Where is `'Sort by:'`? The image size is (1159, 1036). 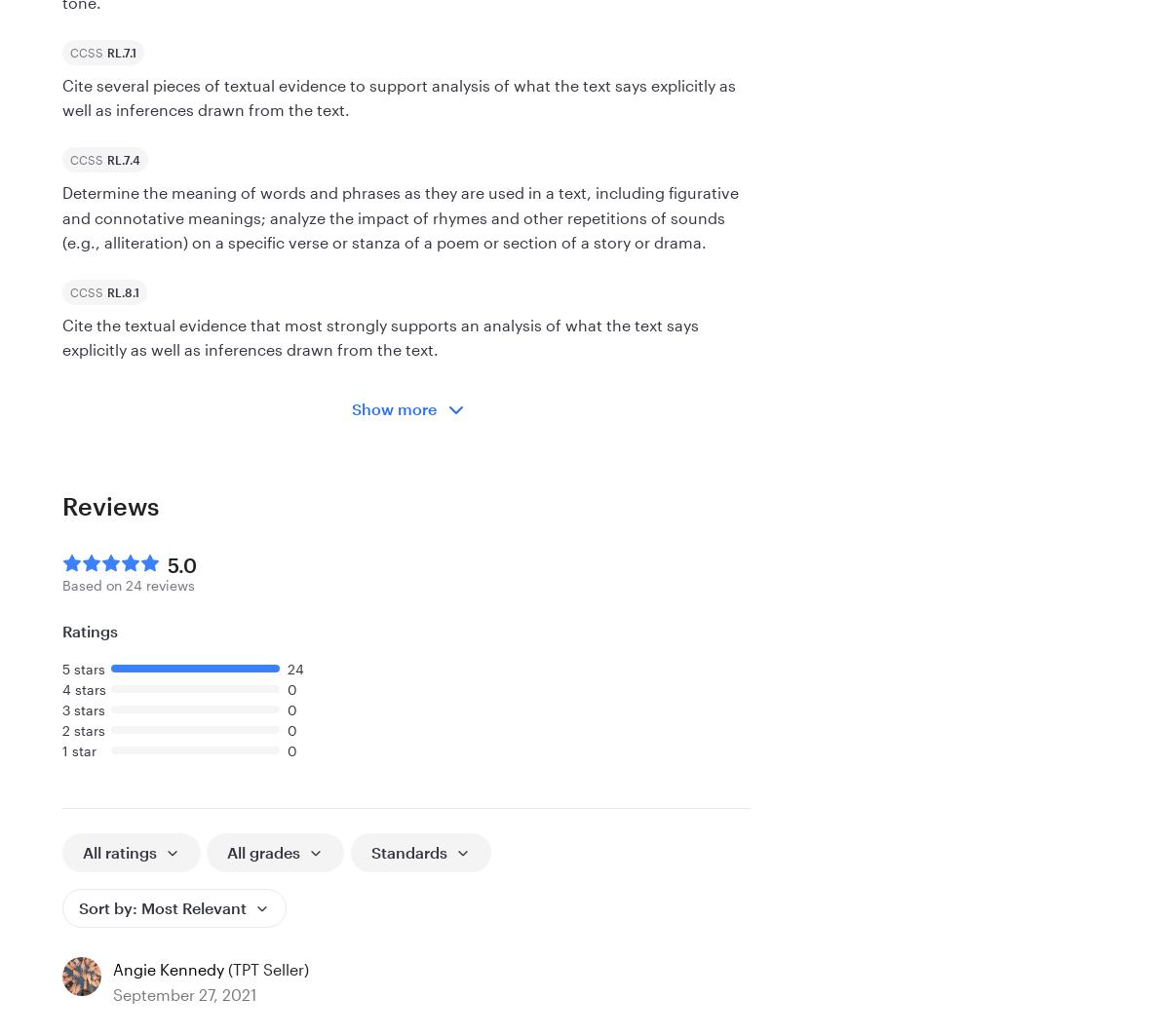
'Sort by:' is located at coordinates (108, 906).